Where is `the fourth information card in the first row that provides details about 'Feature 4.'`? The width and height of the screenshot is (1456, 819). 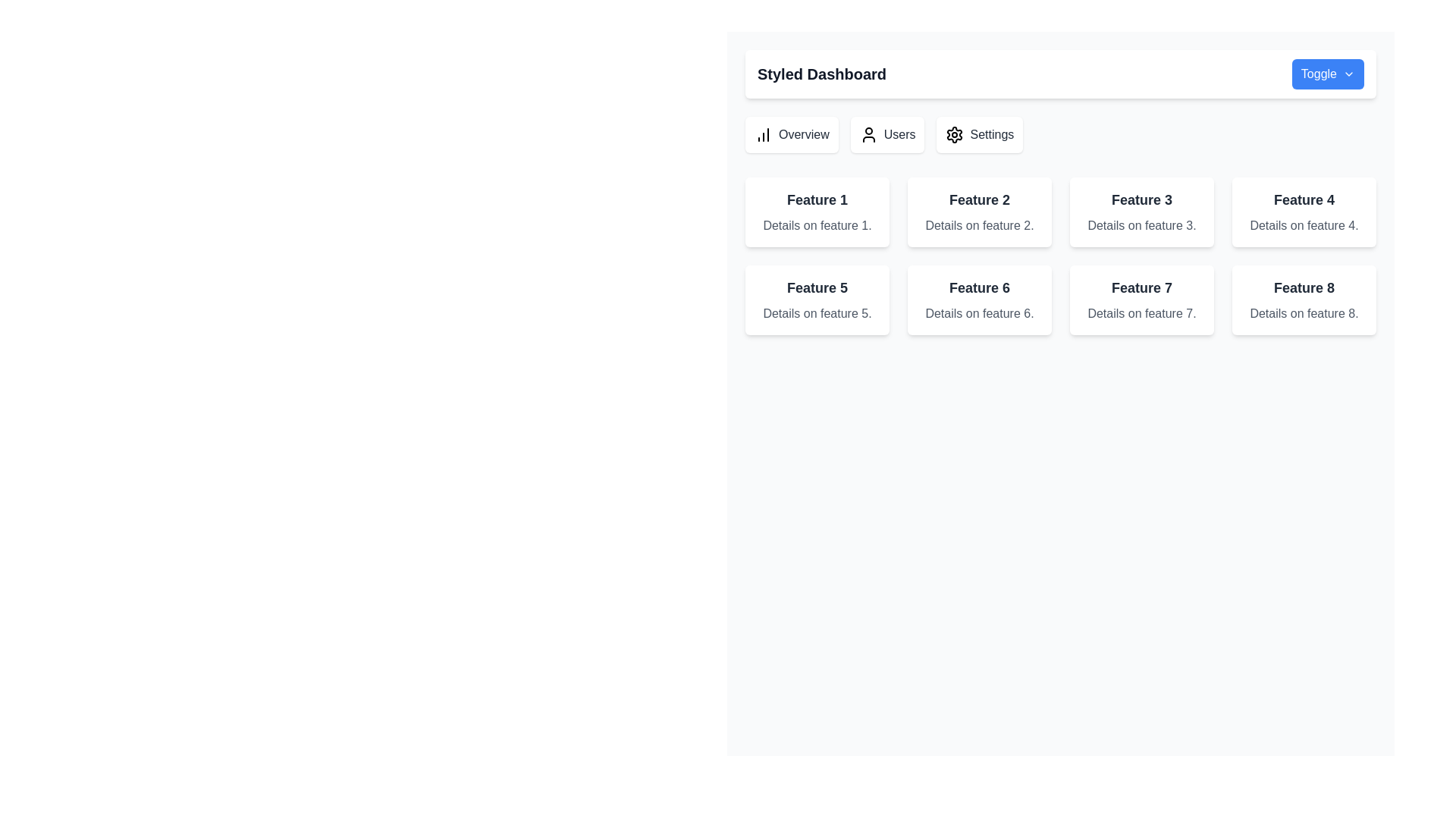 the fourth information card in the first row that provides details about 'Feature 4.' is located at coordinates (1303, 212).